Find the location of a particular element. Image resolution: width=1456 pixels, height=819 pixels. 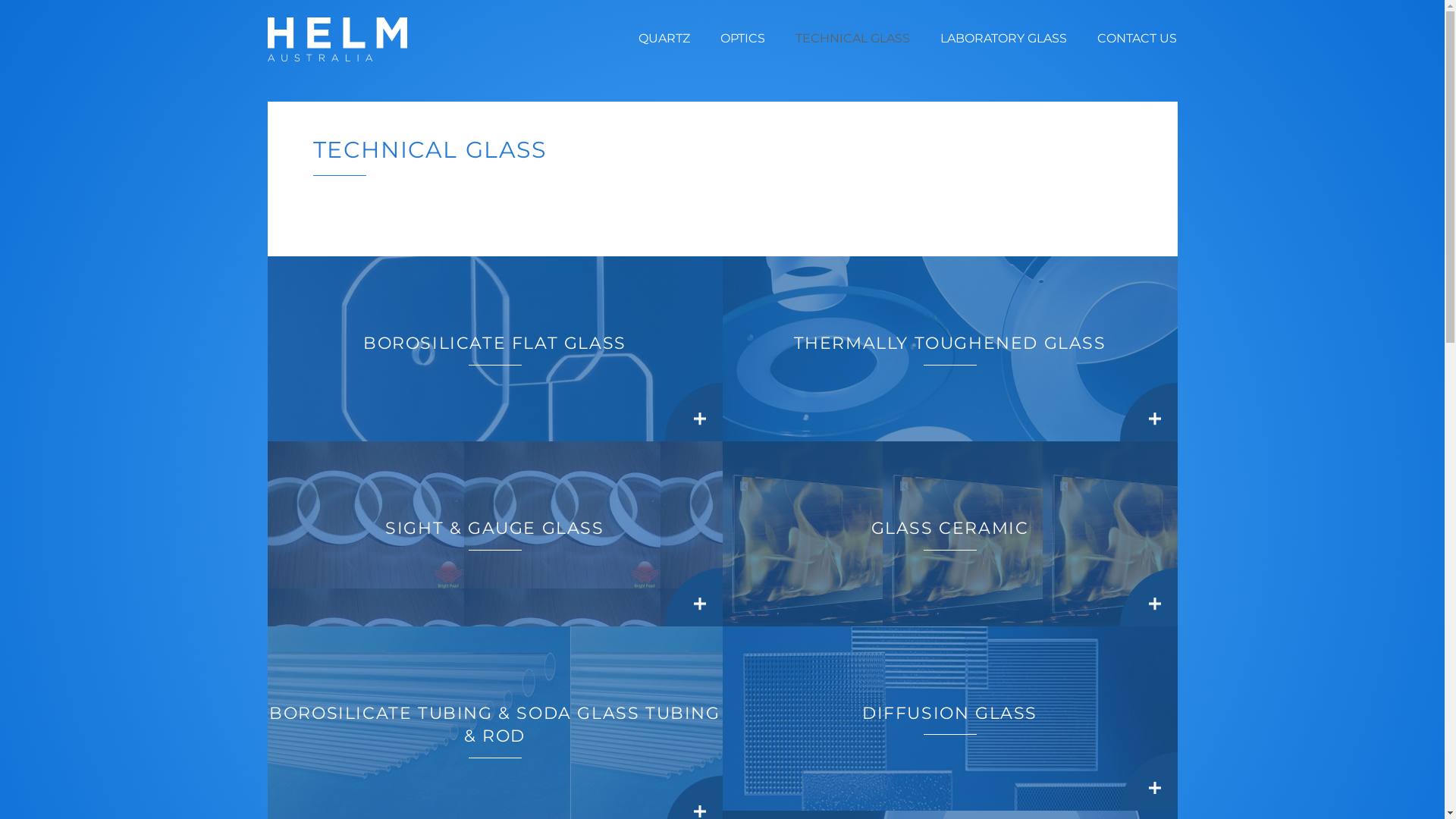

'OPTICS' is located at coordinates (742, 37).